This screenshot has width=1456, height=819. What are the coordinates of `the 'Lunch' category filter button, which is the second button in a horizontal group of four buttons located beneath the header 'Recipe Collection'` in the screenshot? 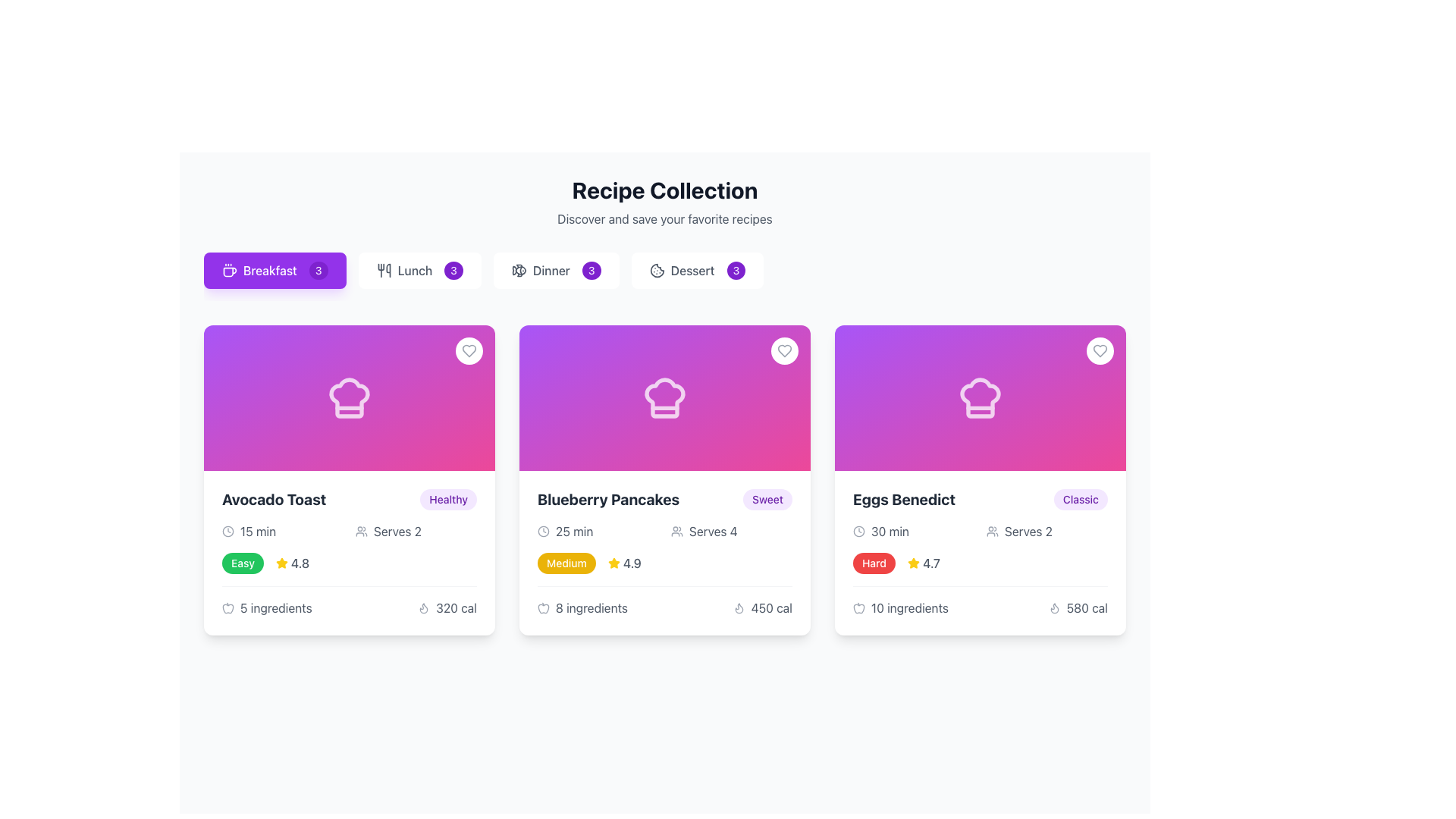 It's located at (419, 270).